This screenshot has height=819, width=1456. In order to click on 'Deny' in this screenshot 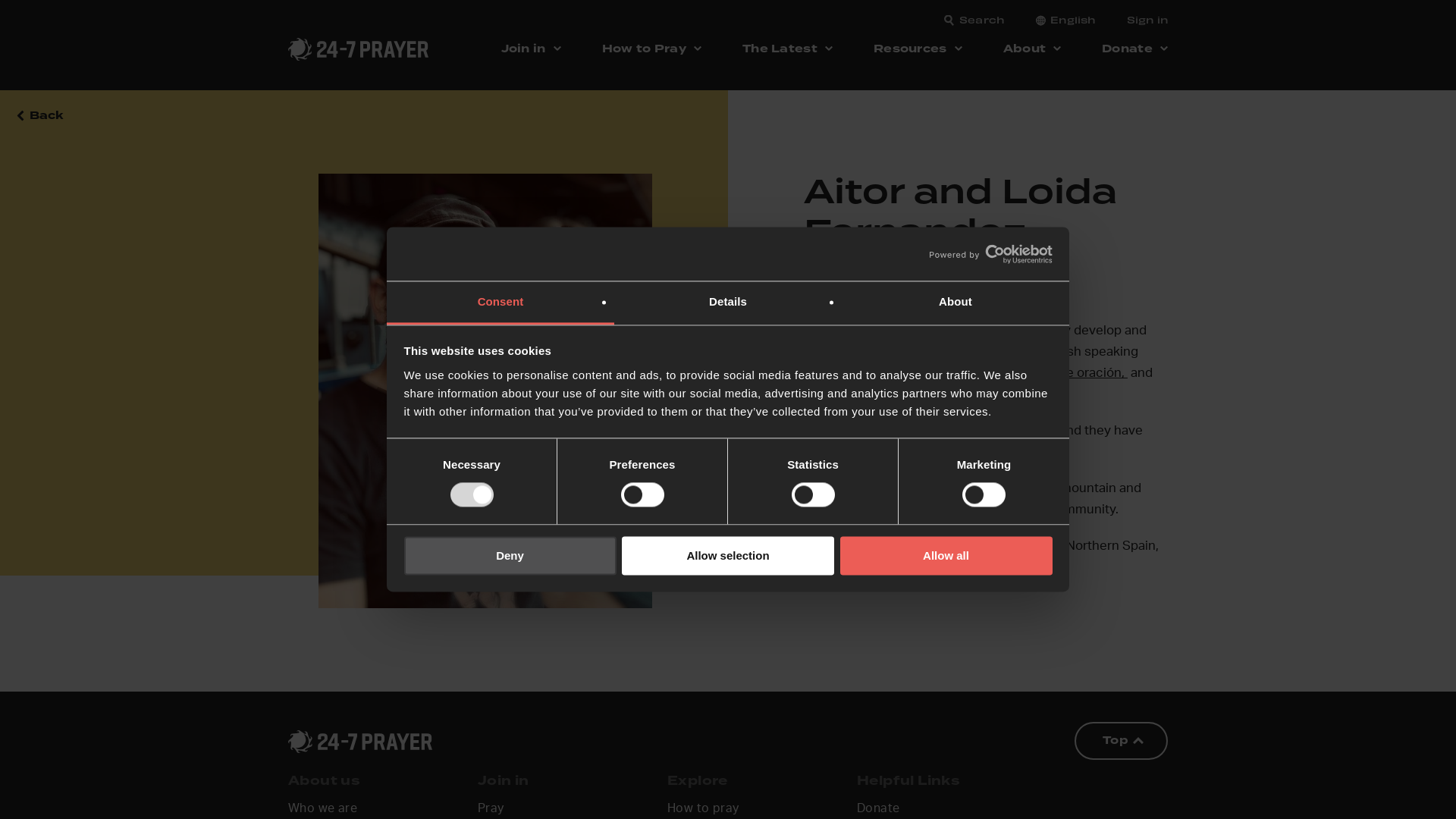, I will do `click(510, 555)`.